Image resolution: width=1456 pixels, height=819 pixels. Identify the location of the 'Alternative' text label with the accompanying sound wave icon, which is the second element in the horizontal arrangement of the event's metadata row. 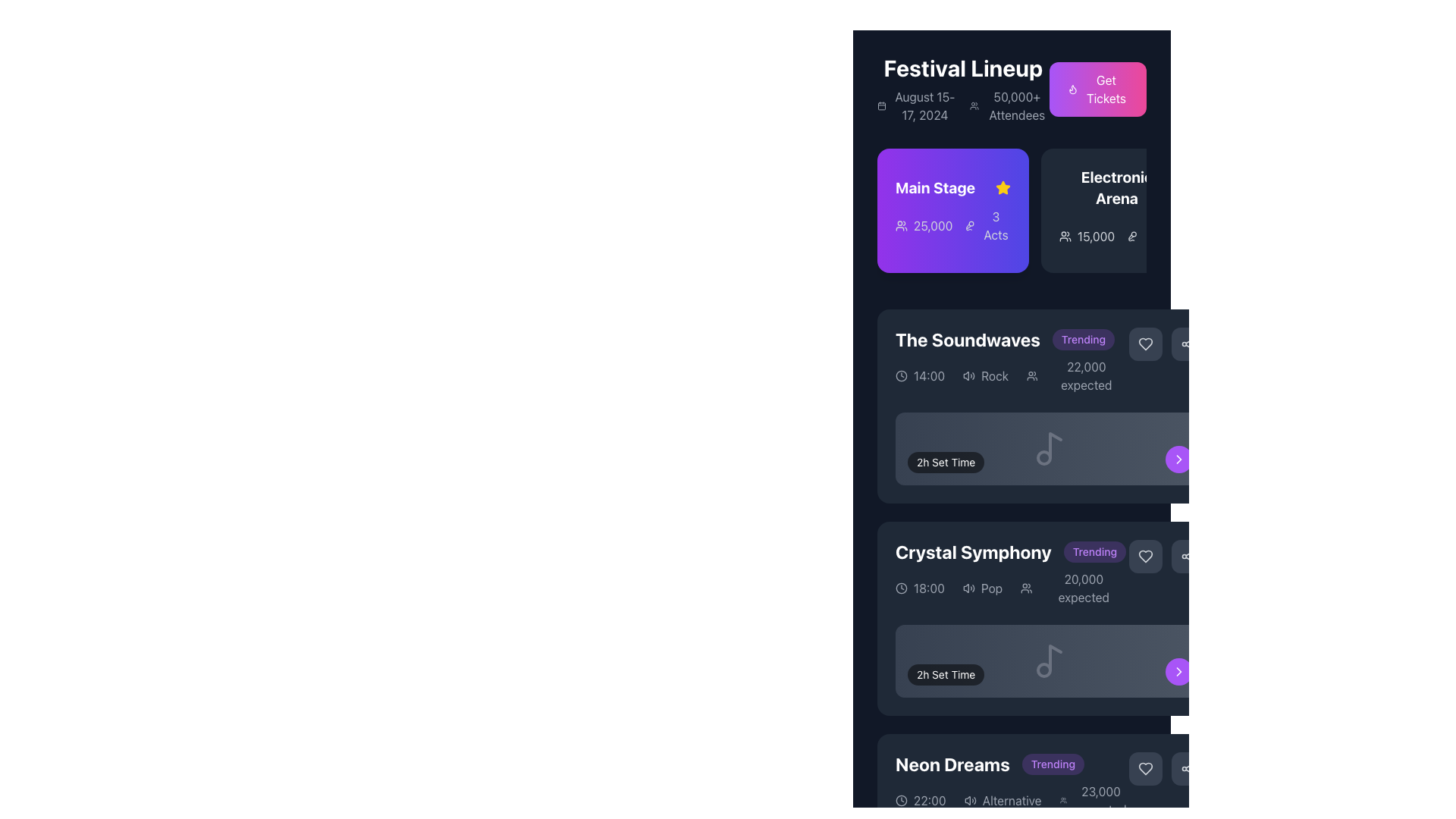
(1003, 800).